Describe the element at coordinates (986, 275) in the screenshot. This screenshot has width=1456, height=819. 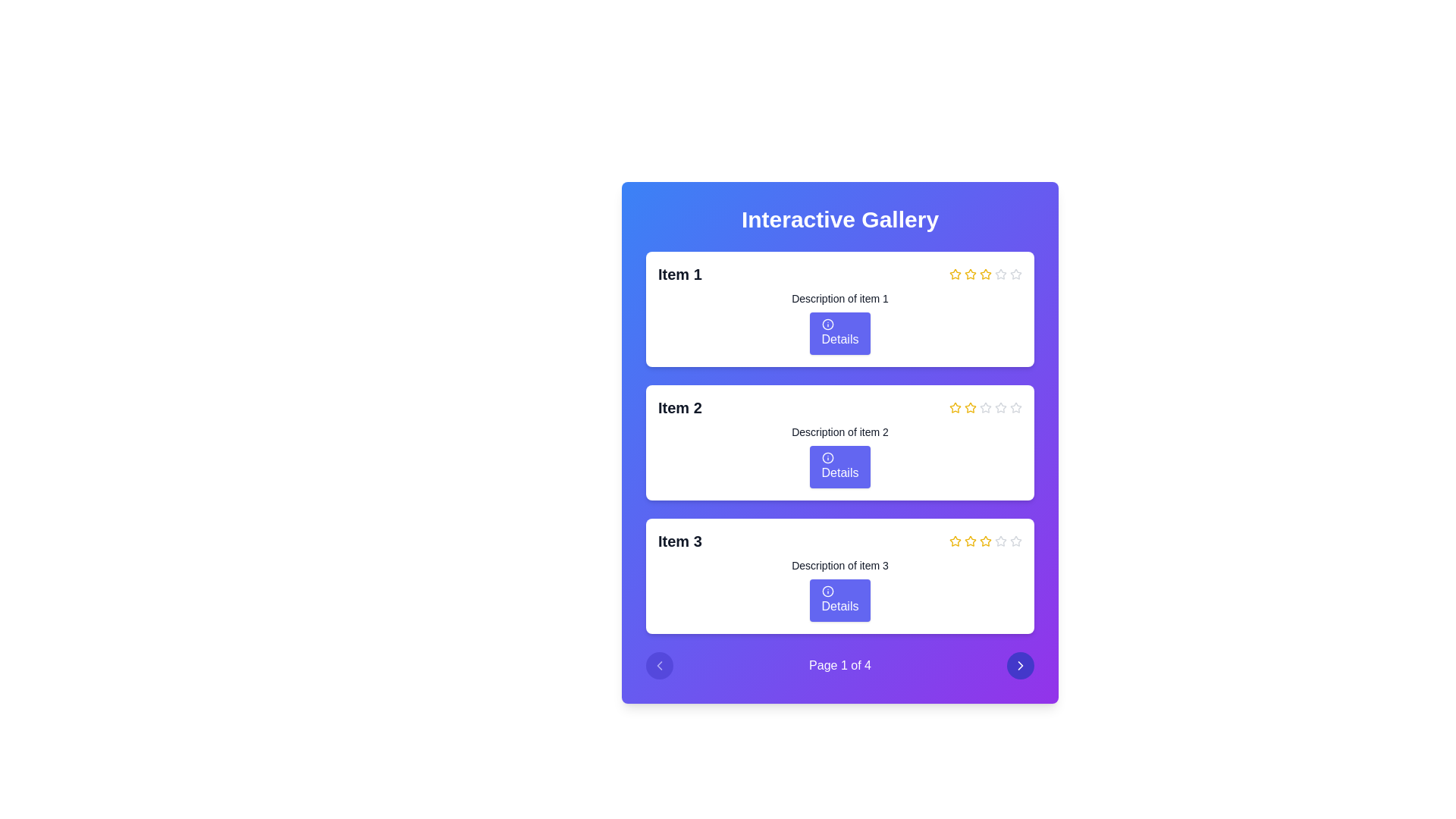
I see `the third star in the rating visualization for 'Item 1'` at that location.